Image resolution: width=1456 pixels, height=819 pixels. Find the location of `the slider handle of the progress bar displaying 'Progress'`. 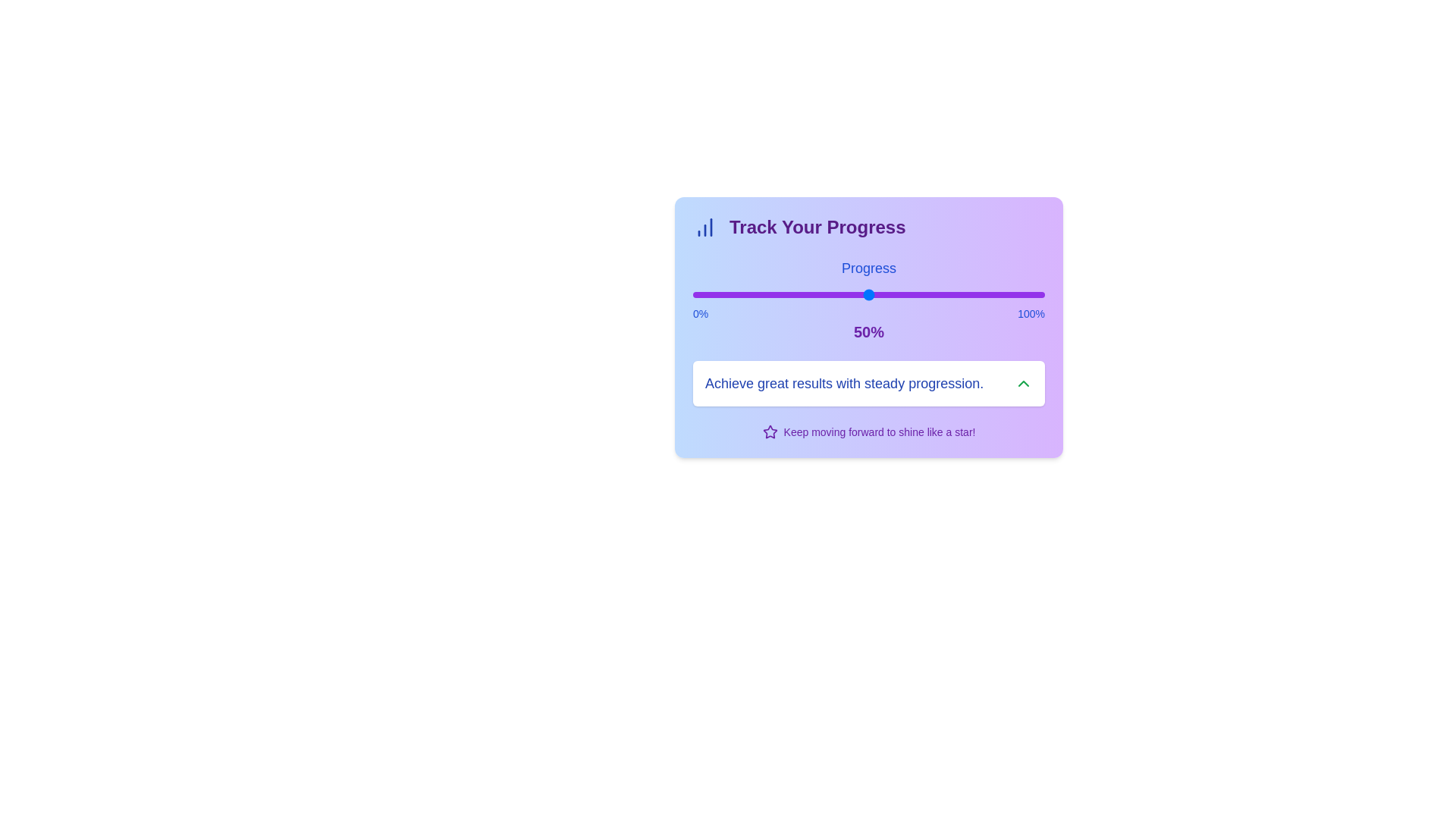

the slider handle of the progress bar displaying 'Progress' is located at coordinates (869, 300).